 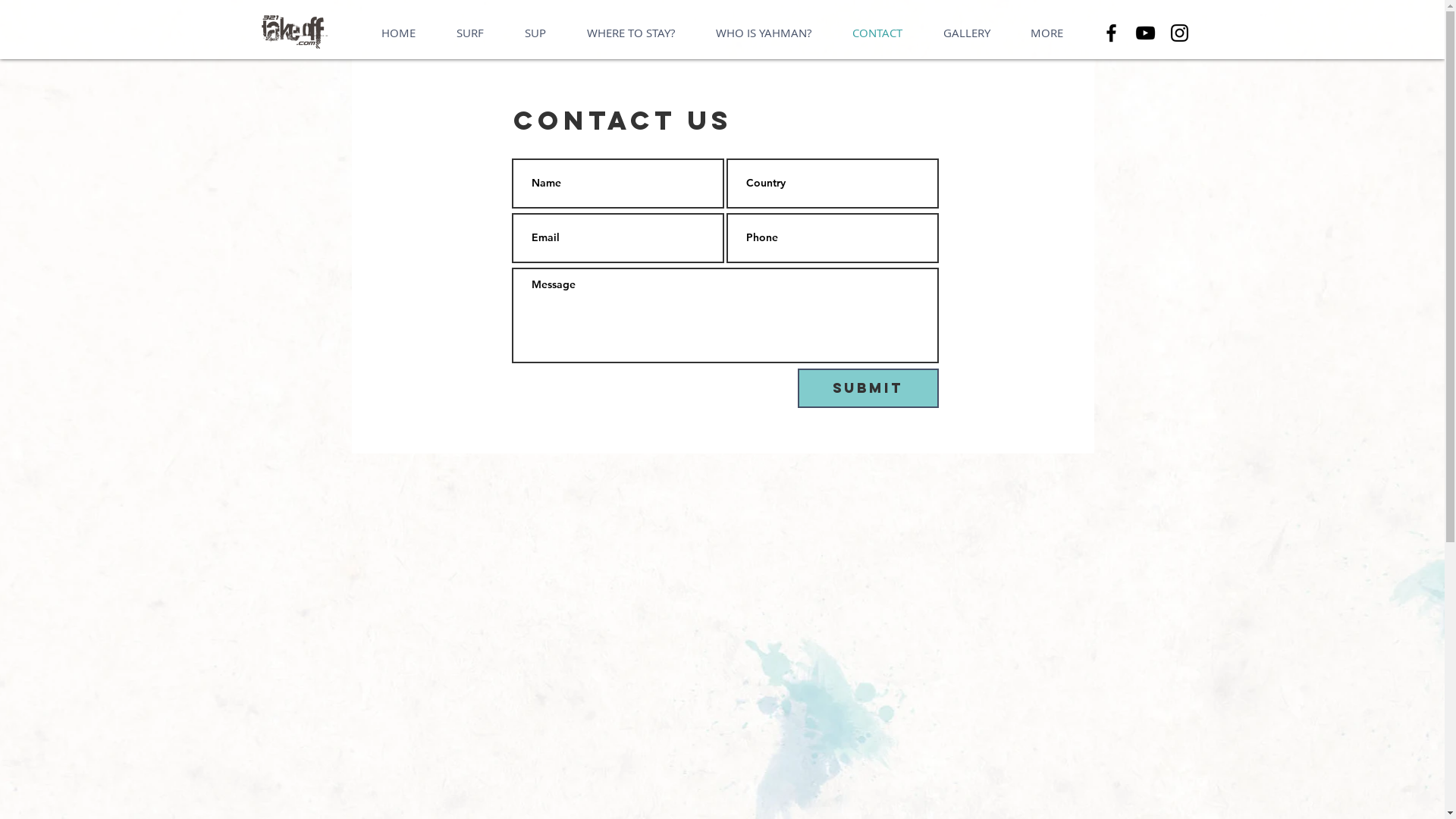 What do you see at coordinates (1046, 33) in the screenshot?
I see `'MORE'` at bounding box center [1046, 33].